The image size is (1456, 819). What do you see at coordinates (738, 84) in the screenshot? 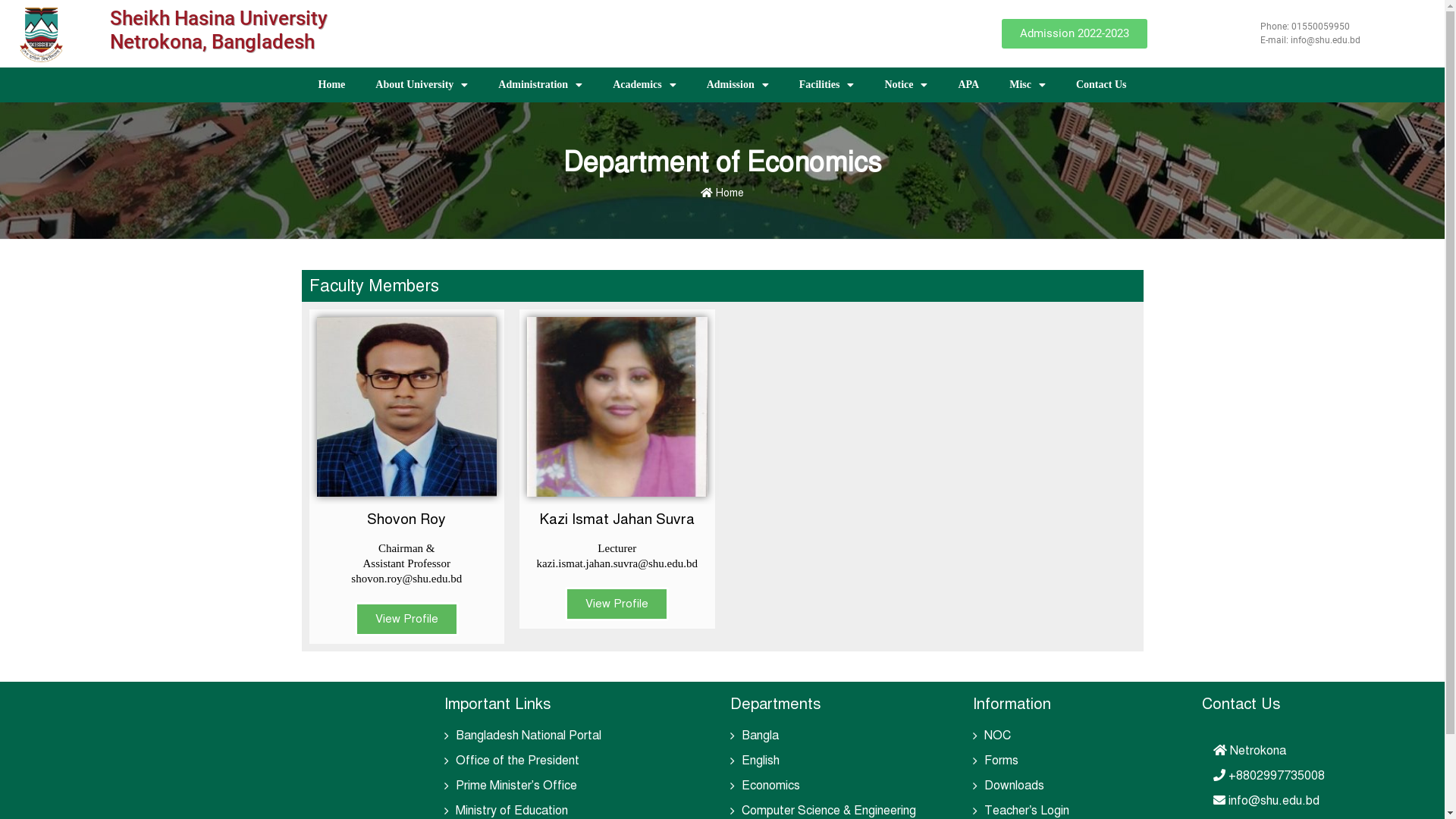
I see `'Admission'` at bounding box center [738, 84].